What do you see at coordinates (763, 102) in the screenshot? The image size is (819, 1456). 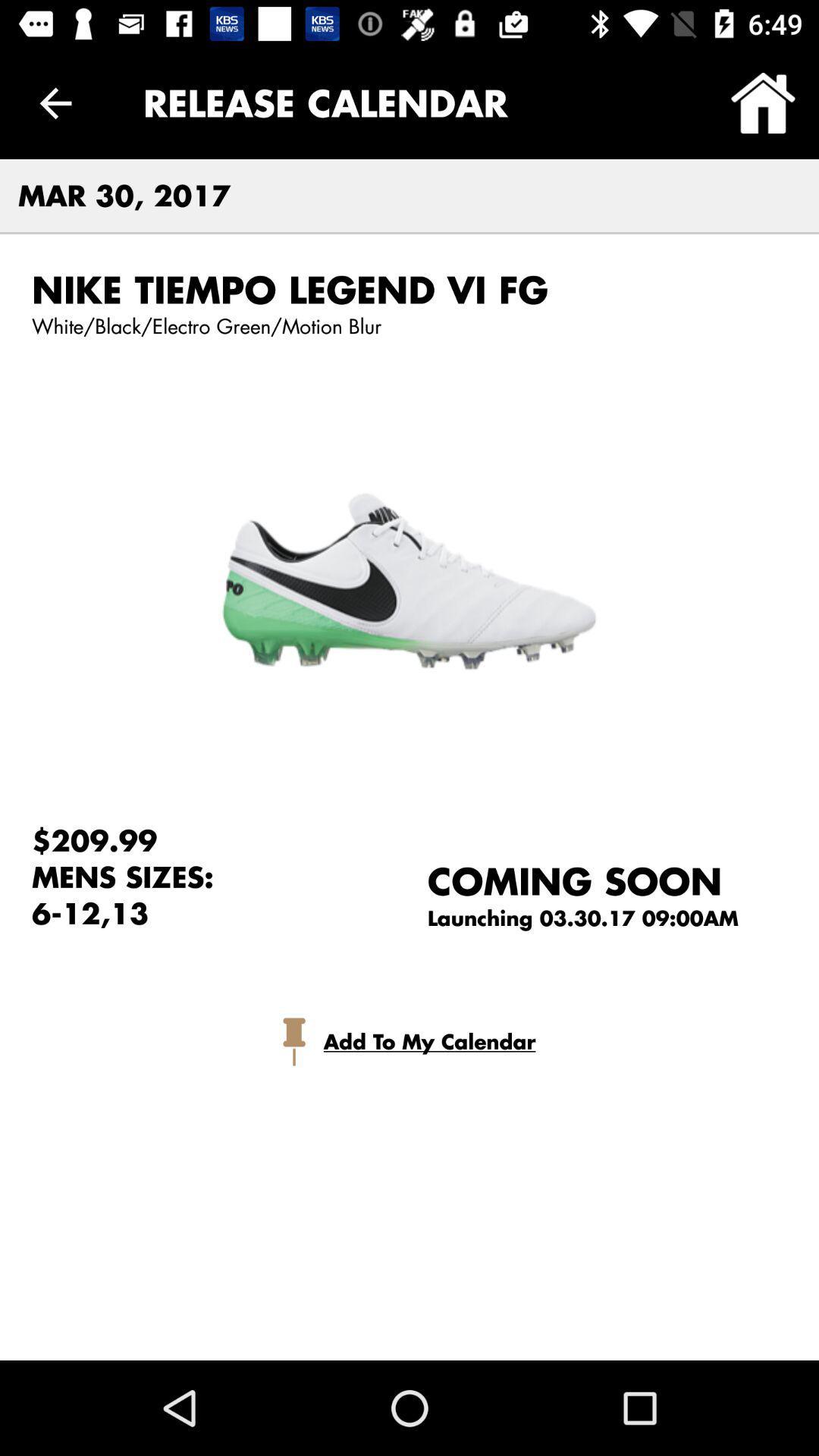 I see `item next to the release calendar` at bounding box center [763, 102].